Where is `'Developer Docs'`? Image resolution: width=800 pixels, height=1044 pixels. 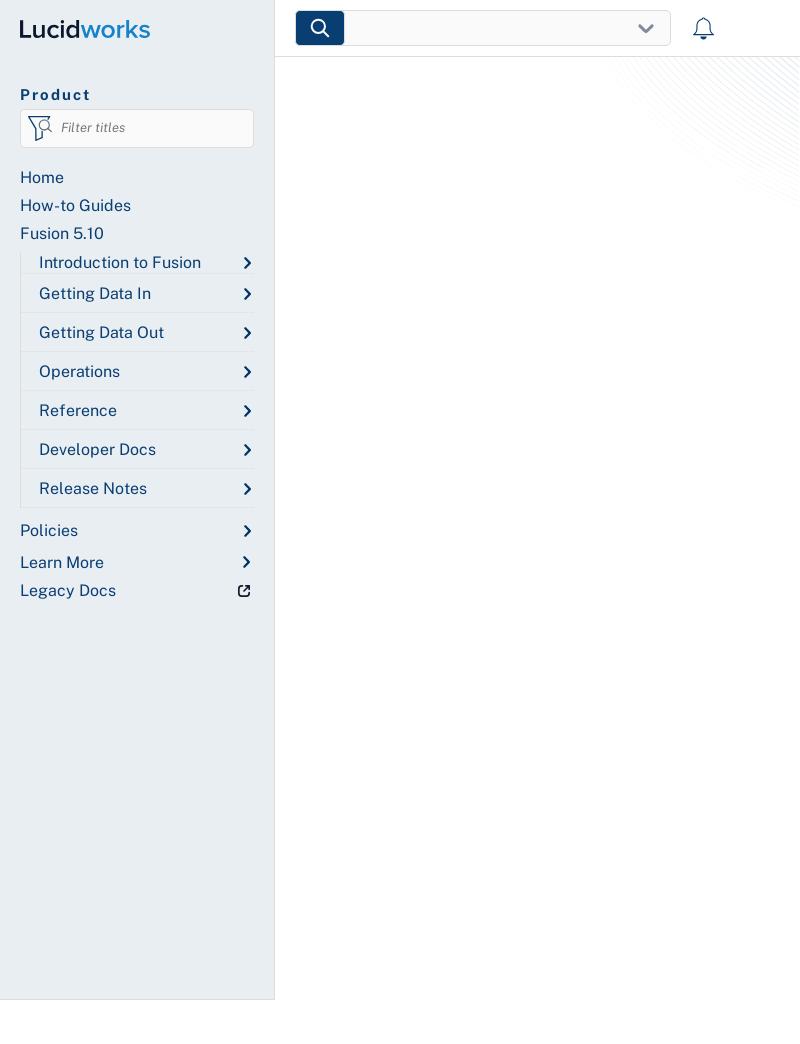 'Developer Docs' is located at coordinates (97, 448).